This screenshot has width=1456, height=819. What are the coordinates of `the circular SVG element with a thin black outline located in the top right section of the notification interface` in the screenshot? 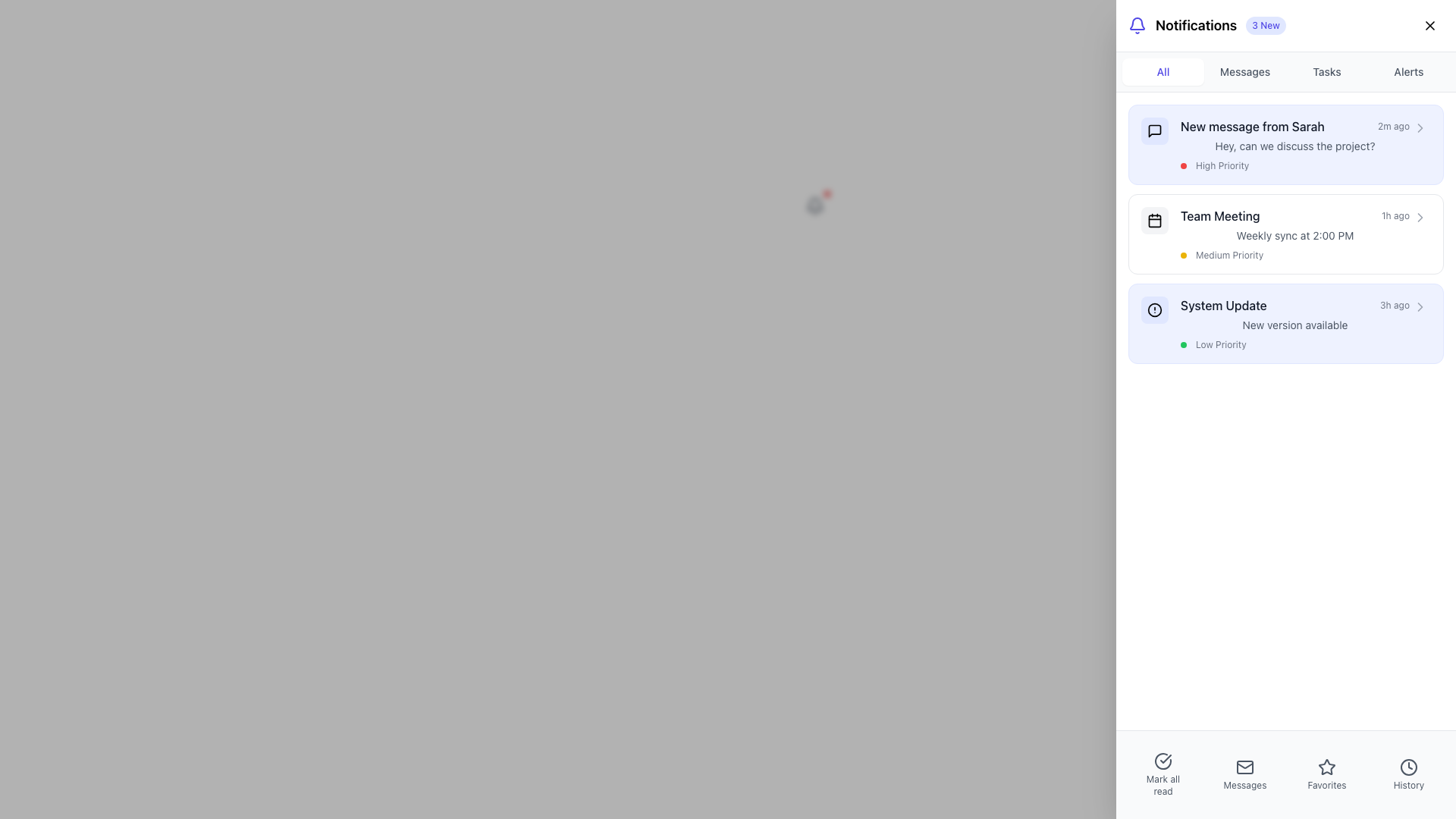 It's located at (1153, 309).